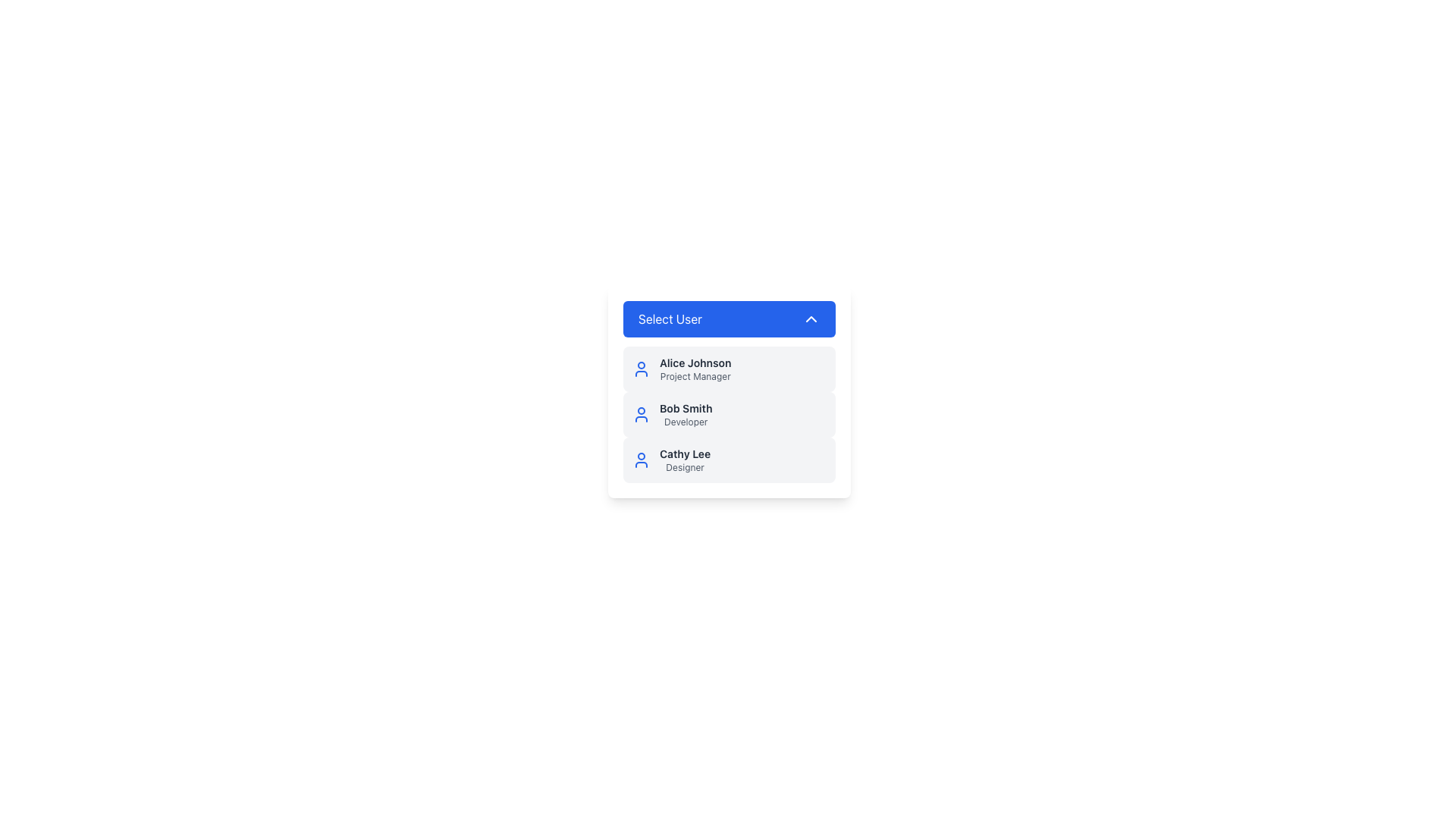 This screenshot has width=1456, height=819. I want to click on the user icon, which is a blue outline of a person within a circle, located in the first row of the dropdown menu next to 'Alice Johnson Project Manager', so click(641, 369).